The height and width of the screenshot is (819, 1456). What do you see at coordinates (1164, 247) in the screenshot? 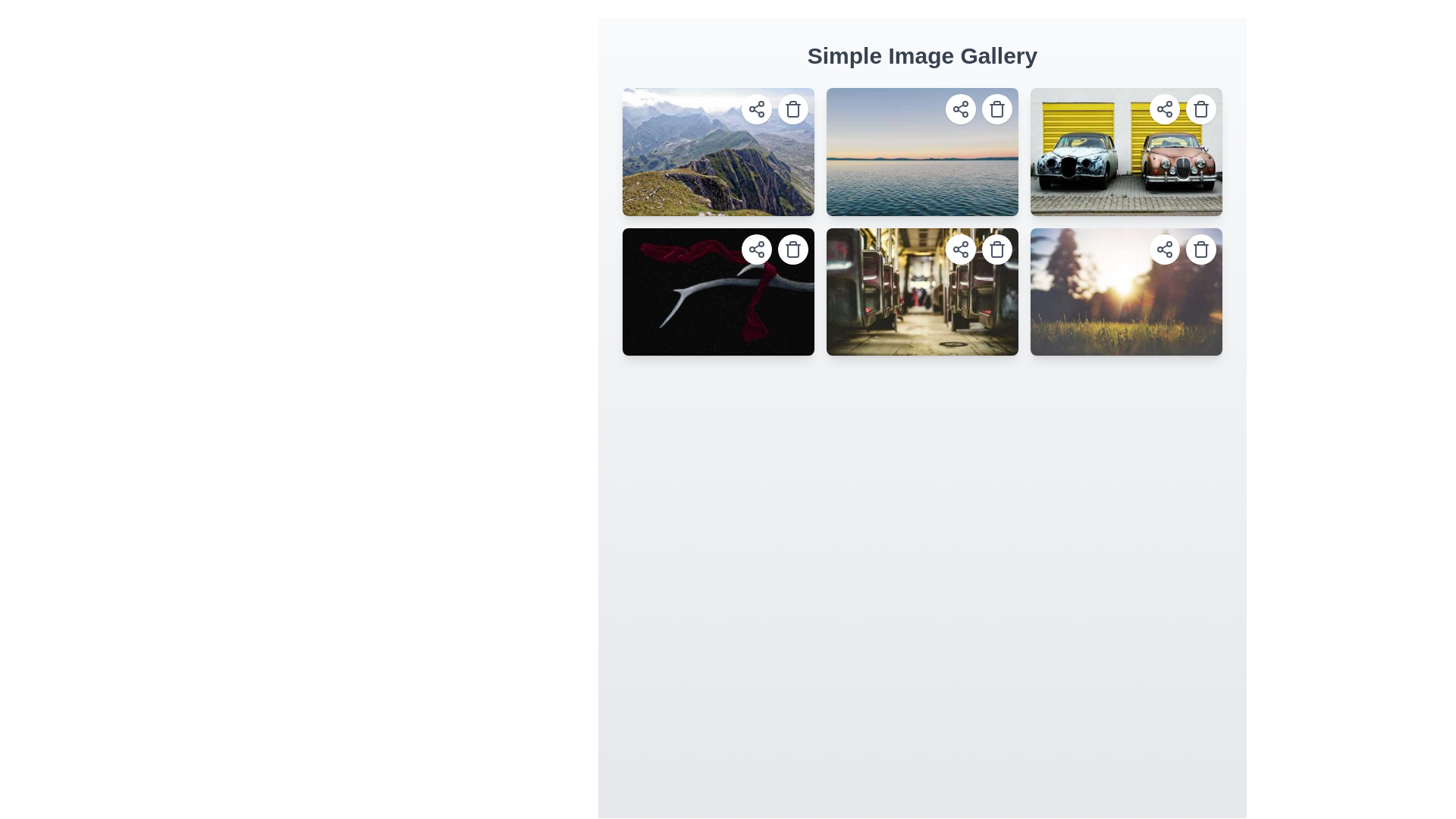
I see `the share icon button, which is a graphical representation of connected nodes located in the top-right corner of an image card` at bounding box center [1164, 247].